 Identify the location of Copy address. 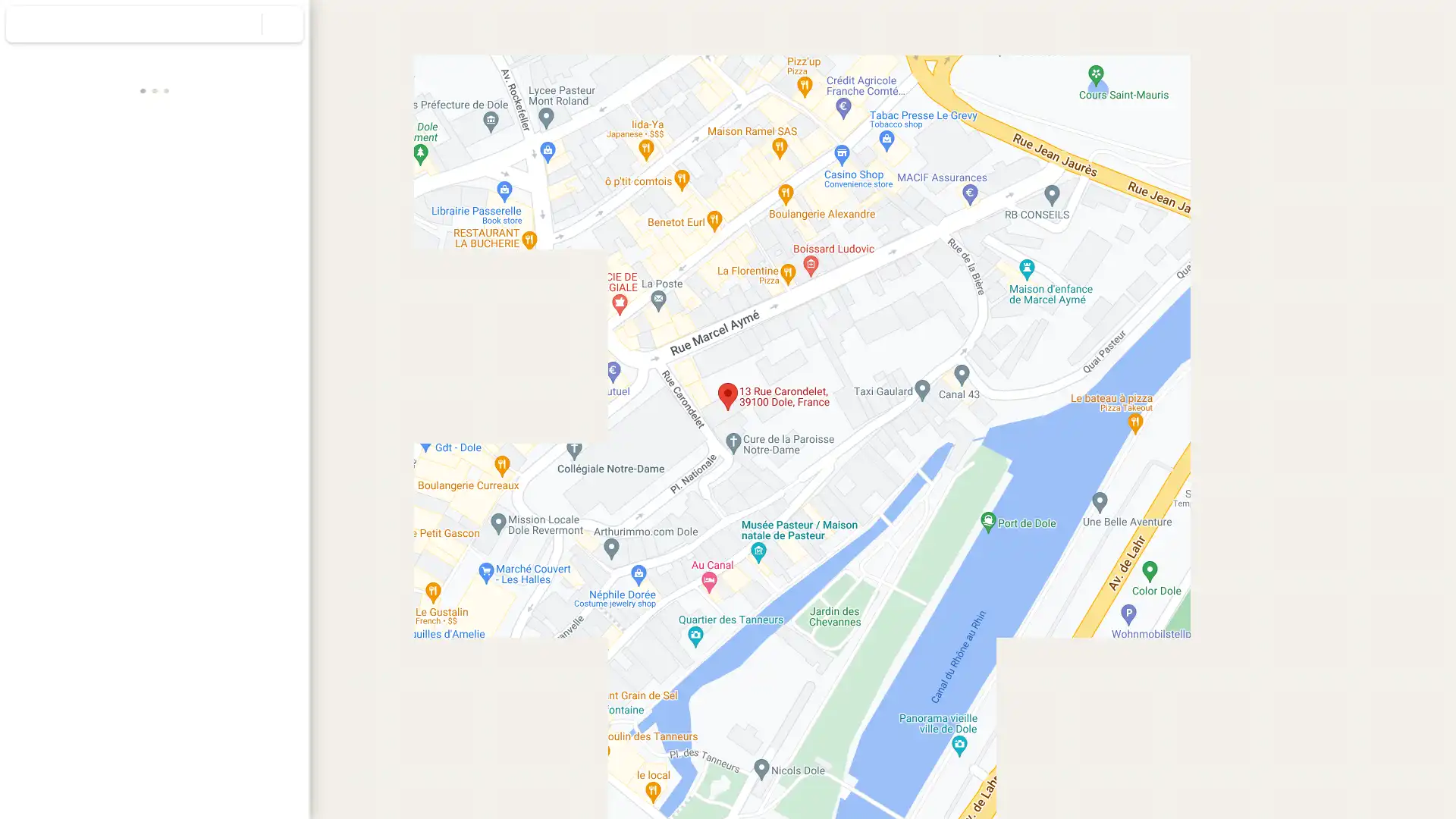
(281, 347).